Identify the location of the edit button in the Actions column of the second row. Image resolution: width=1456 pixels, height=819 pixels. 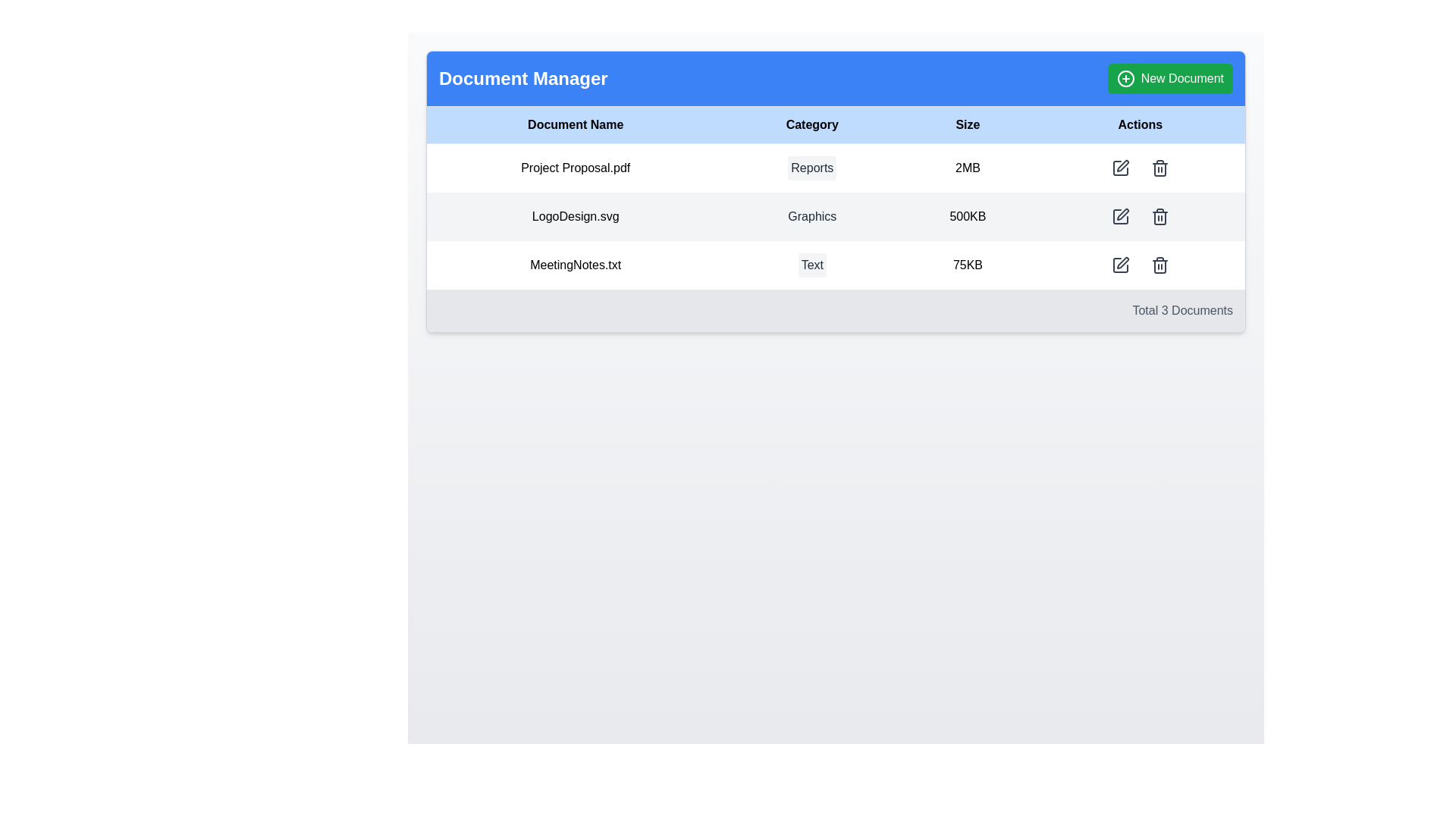
(1120, 216).